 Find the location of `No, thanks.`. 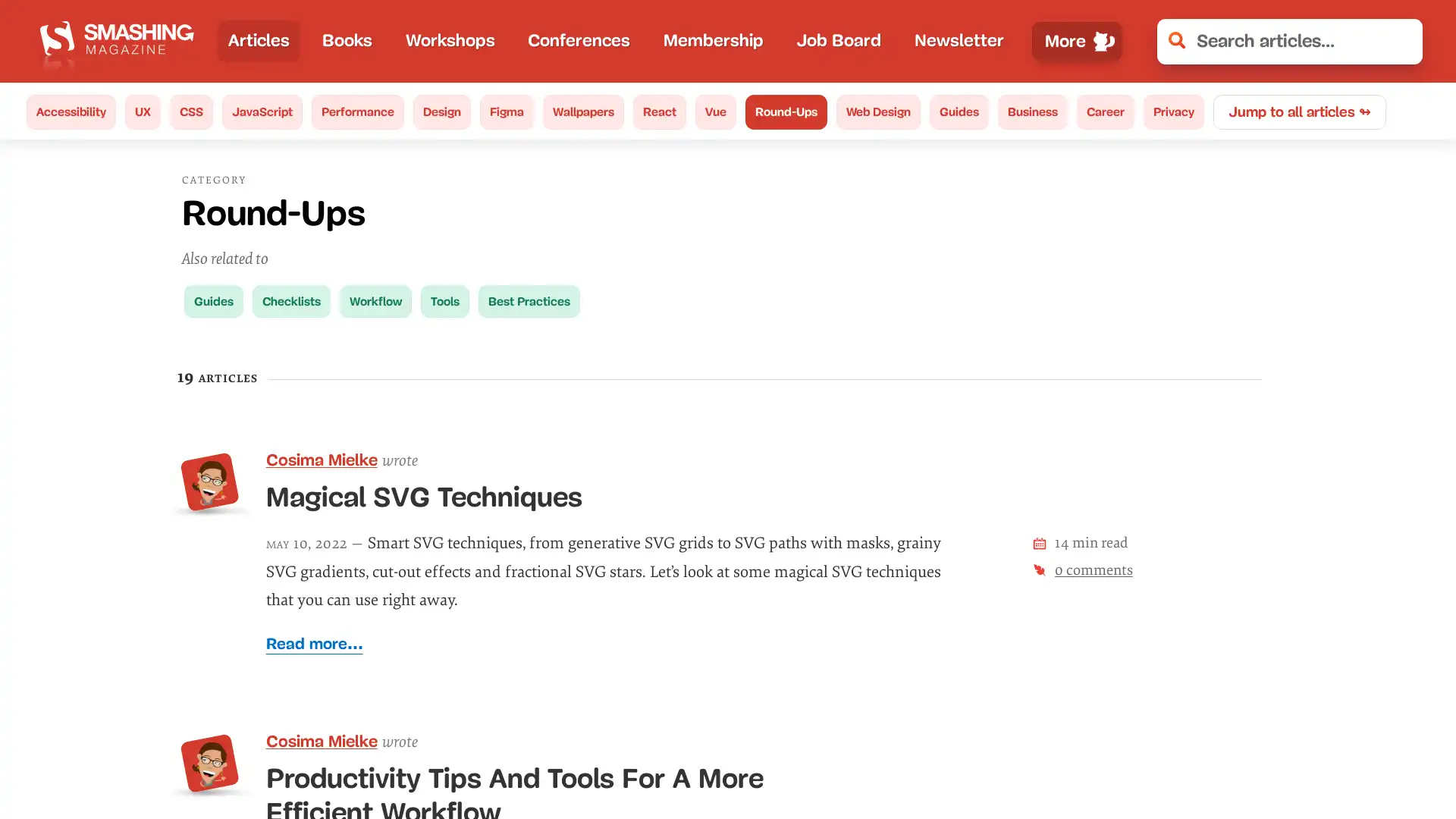

No, thanks. is located at coordinates (1194, 758).